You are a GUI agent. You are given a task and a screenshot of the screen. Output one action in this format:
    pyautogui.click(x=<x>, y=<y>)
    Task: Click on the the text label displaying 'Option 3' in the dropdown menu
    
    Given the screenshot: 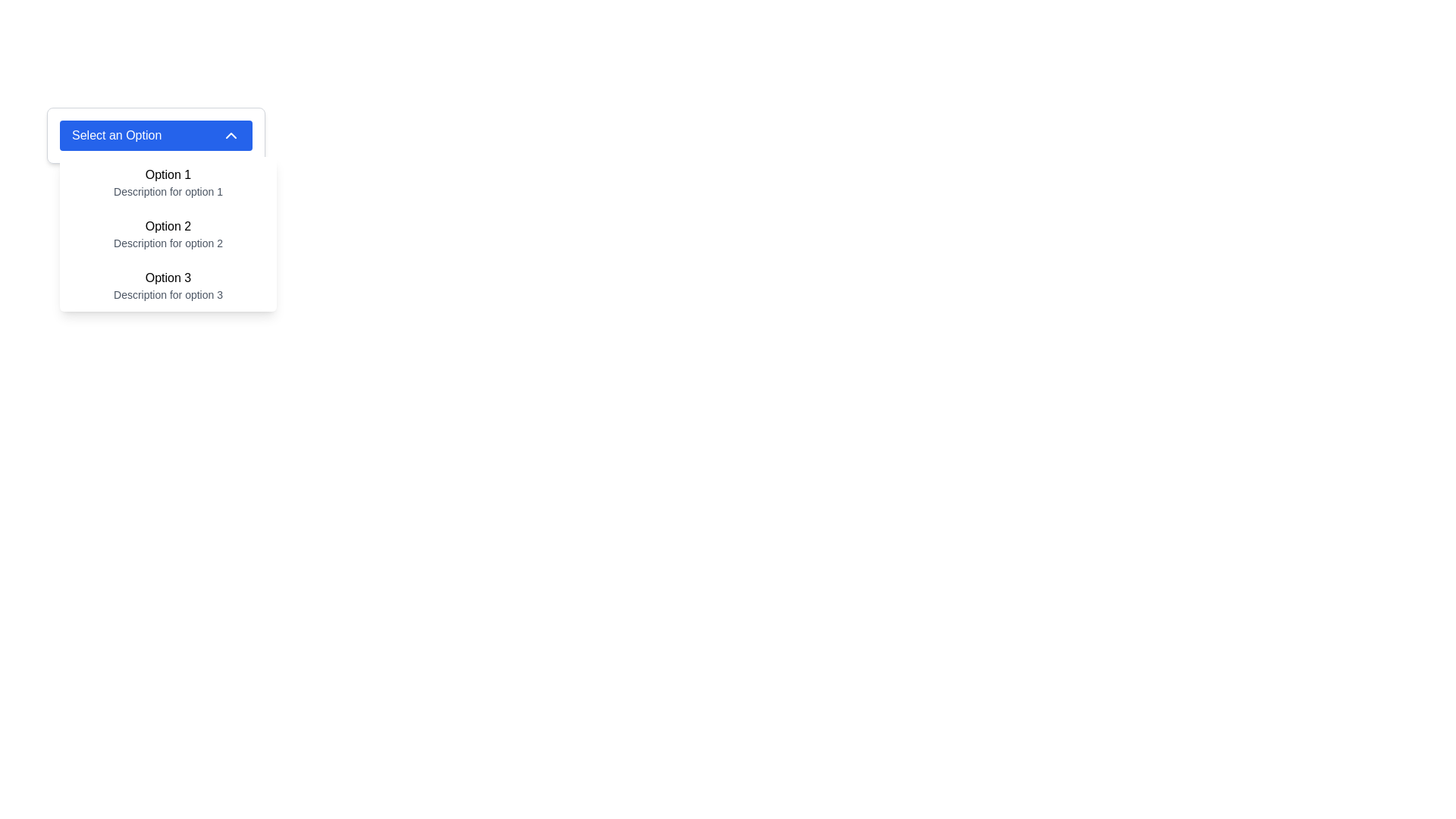 What is the action you would take?
    pyautogui.click(x=168, y=278)
    